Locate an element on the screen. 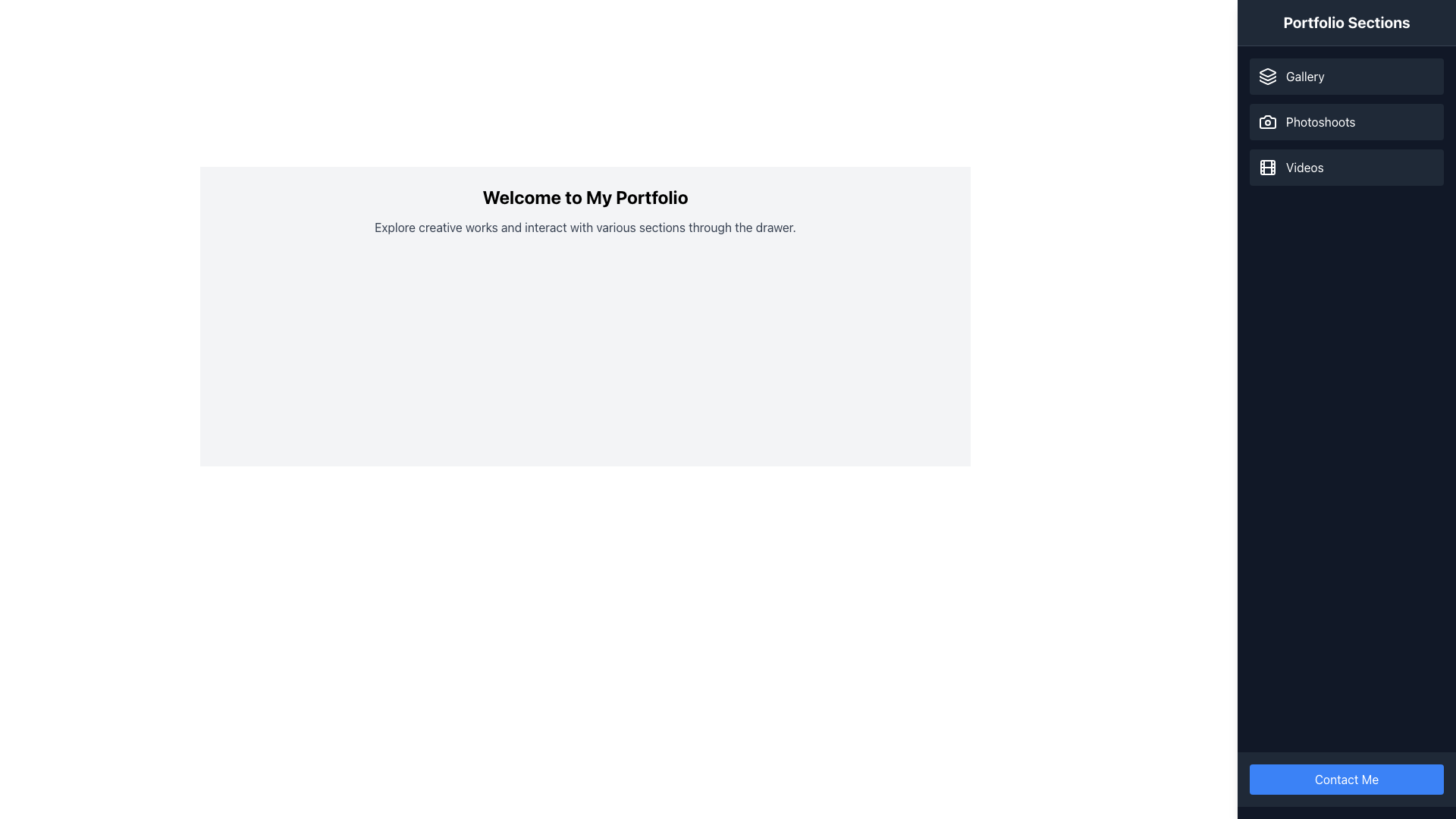 The width and height of the screenshot is (1456, 819). the blue button with white text reading 'Contact Me' to observe its hover effect is located at coordinates (1347, 780).